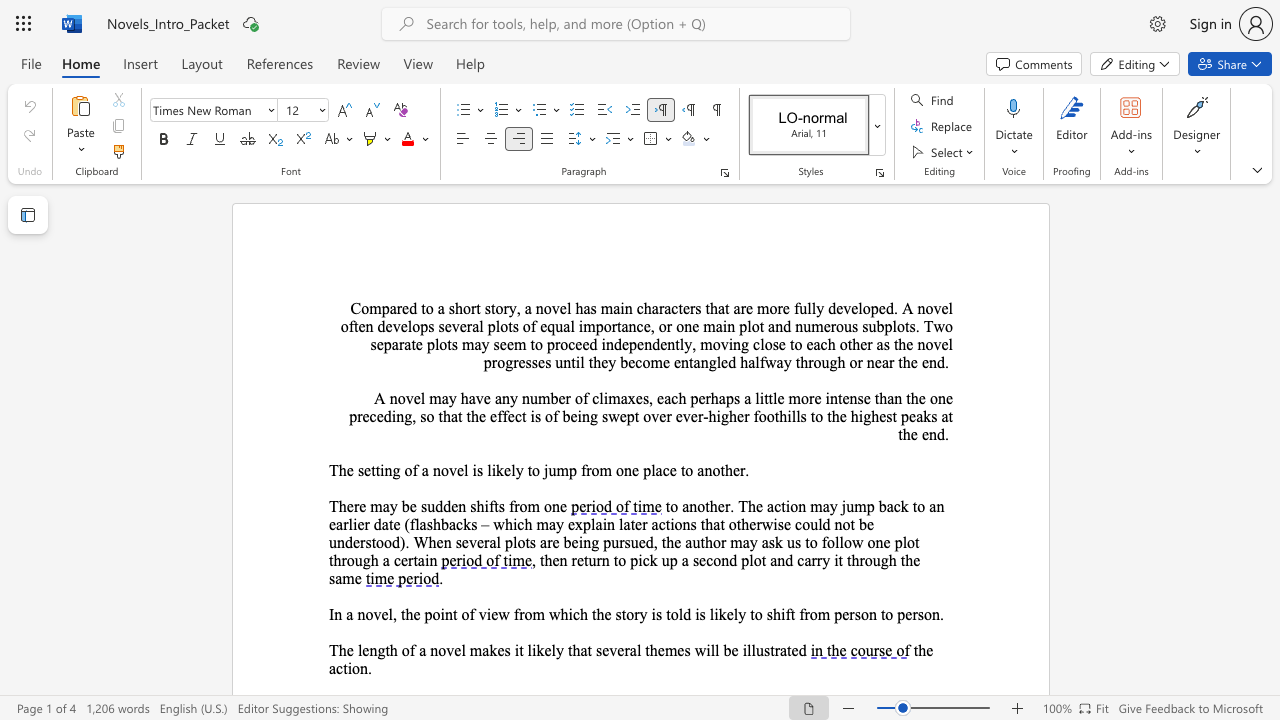 Image resolution: width=1280 pixels, height=720 pixels. Describe the element at coordinates (383, 343) in the screenshot. I see `the subset text "parate plots may s" within the text "subplots. Two separate plots may seem to"` at that location.